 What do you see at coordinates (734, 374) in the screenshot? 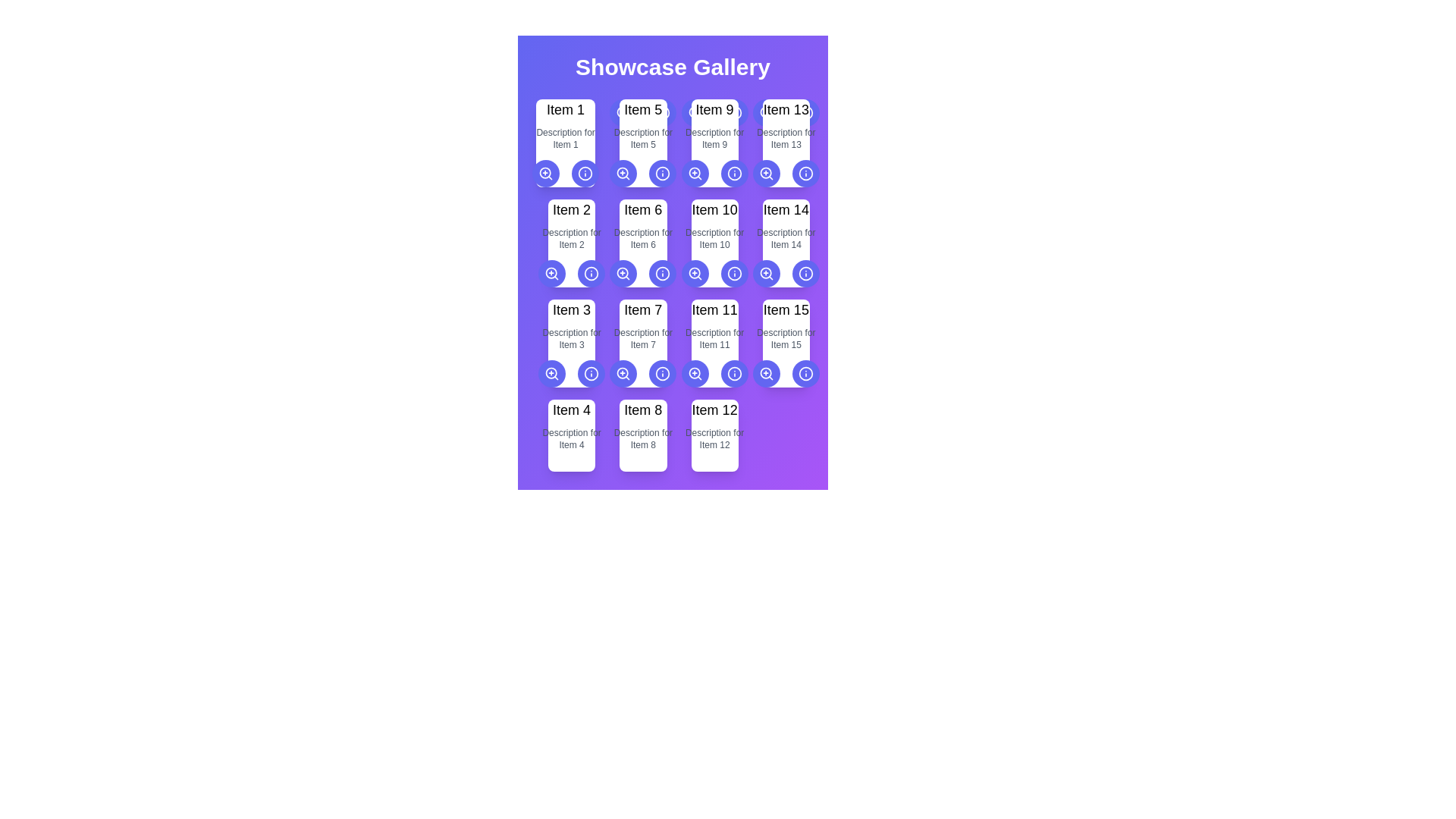
I see `the central circular outline of the 'information' icon associated with the card labeled 'Item 11' in the grid, located at the third row and third column` at bounding box center [734, 374].